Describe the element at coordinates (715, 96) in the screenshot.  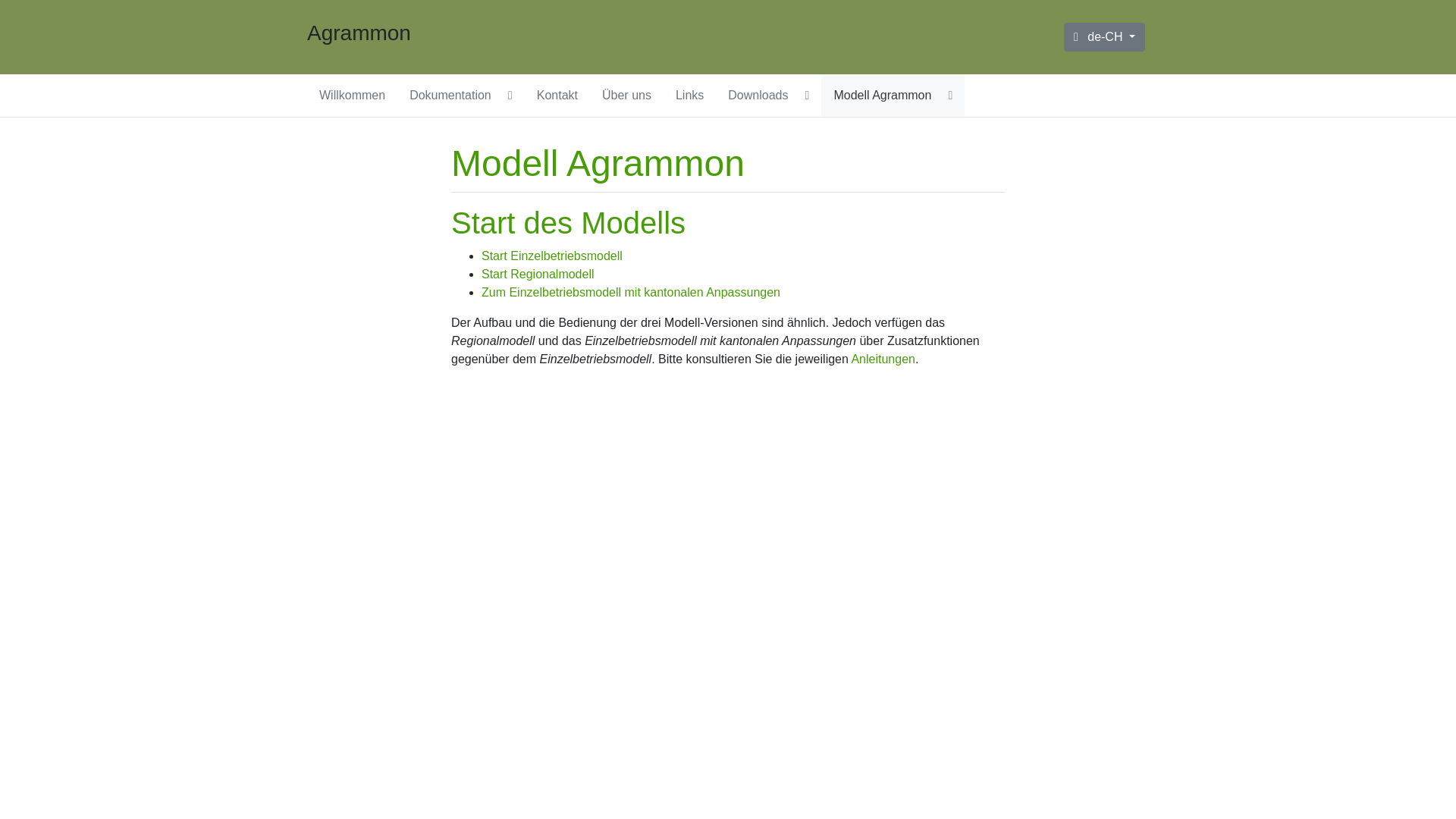
I see `'Downloads'` at that location.